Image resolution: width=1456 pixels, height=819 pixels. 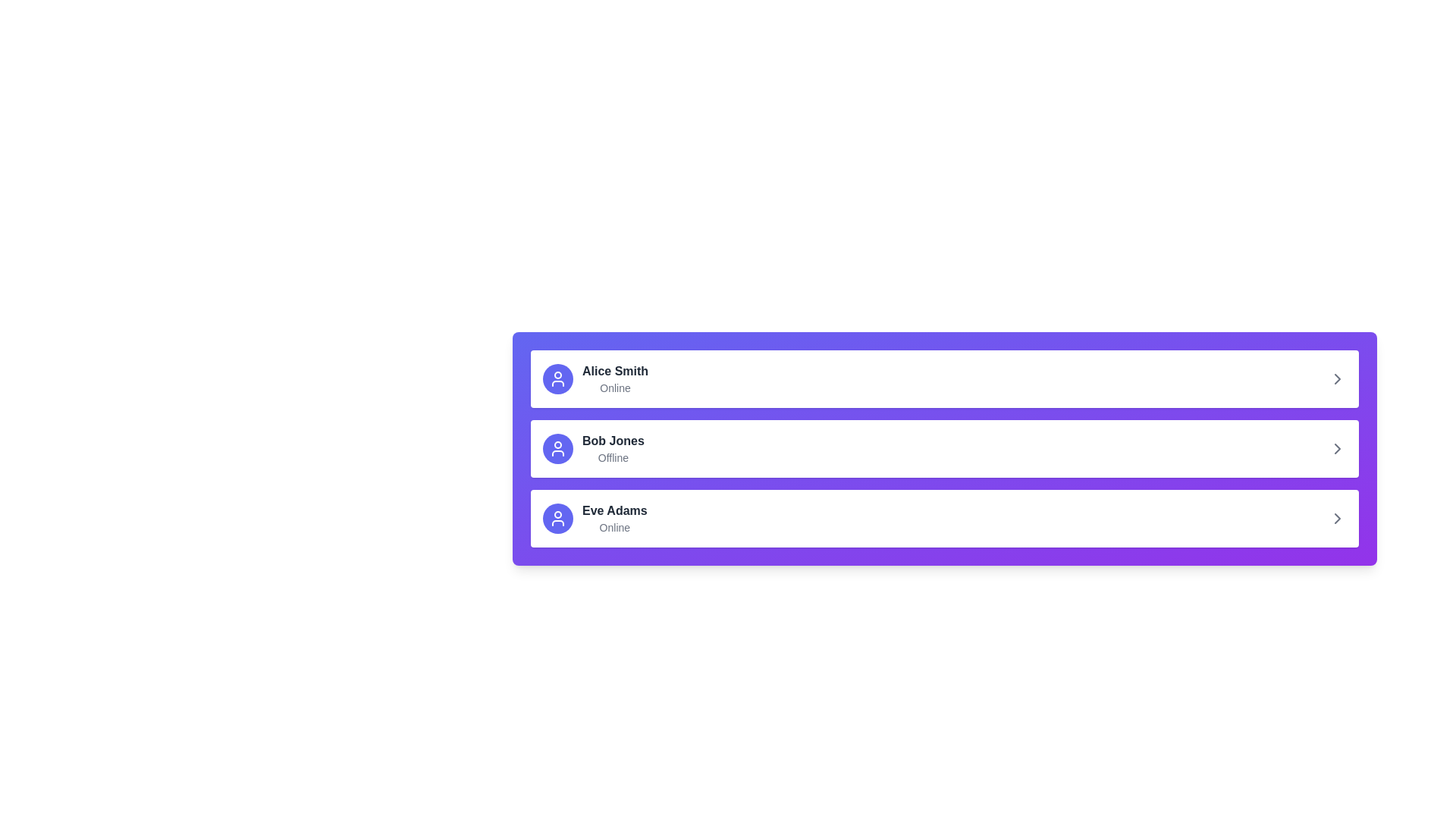 What do you see at coordinates (1337, 517) in the screenshot?
I see `the small arrow icon located at the far right of the third list row` at bounding box center [1337, 517].